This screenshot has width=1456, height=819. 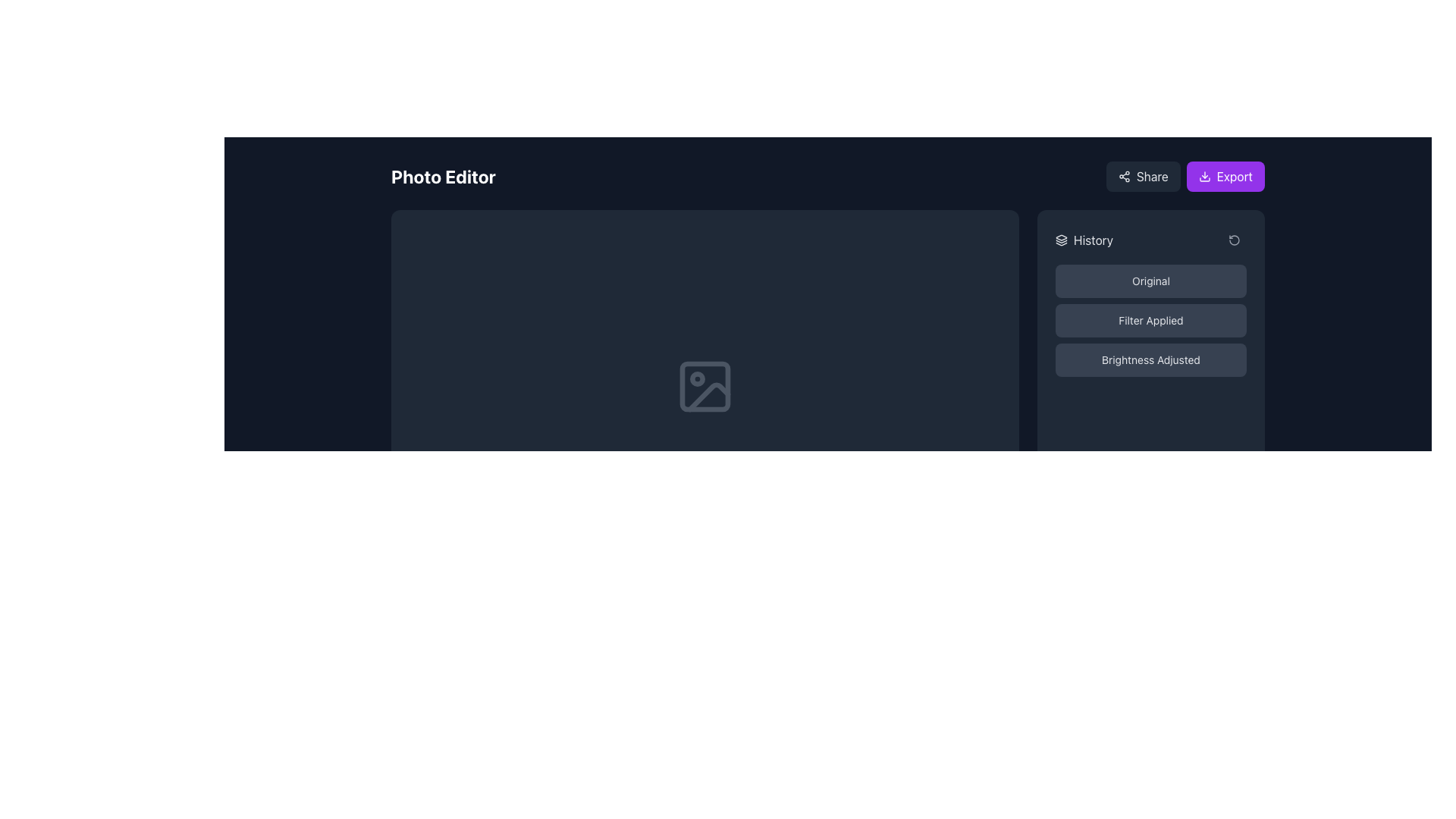 I want to click on the undo/reset icon button located at the top-right corner of the 'History' panel, so click(x=1234, y=239).